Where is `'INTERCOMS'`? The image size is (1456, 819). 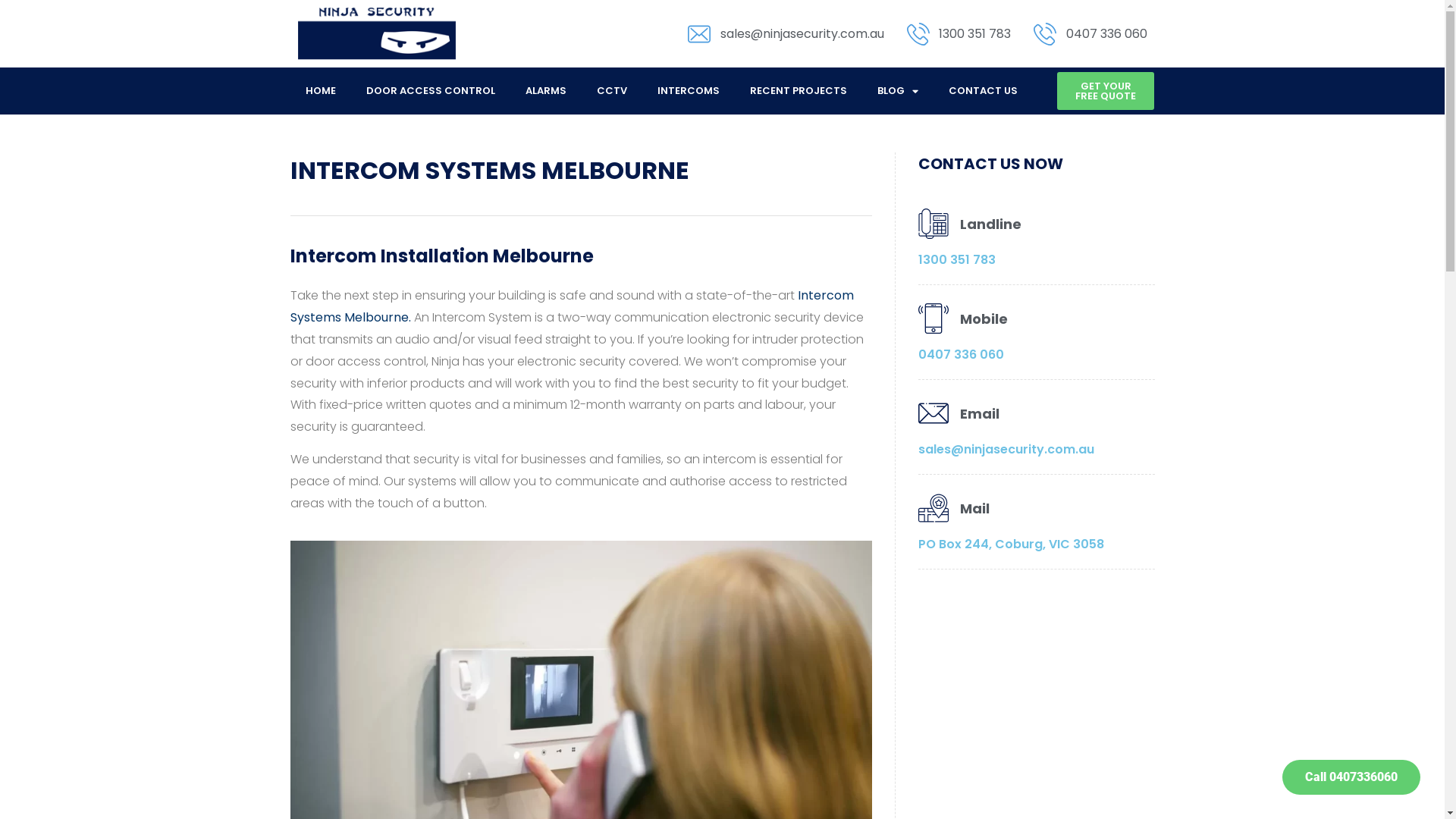
'INTERCOMS' is located at coordinates (687, 90).